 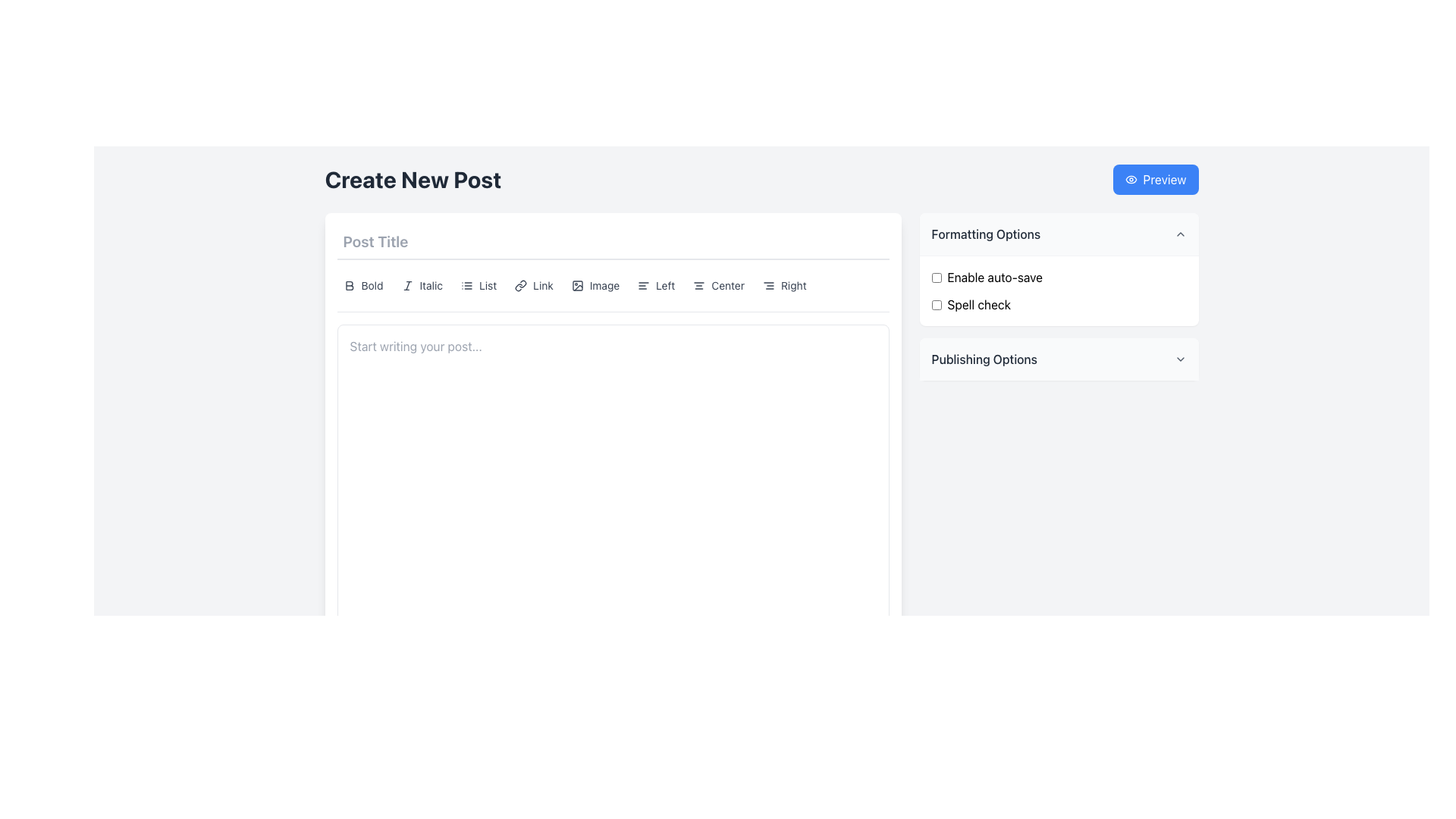 What do you see at coordinates (348, 286) in the screenshot?
I see `the bold formatting toggle icon located to the left of the 'Bold' text in the toolbar of the content editor` at bounding box center [348, 286].